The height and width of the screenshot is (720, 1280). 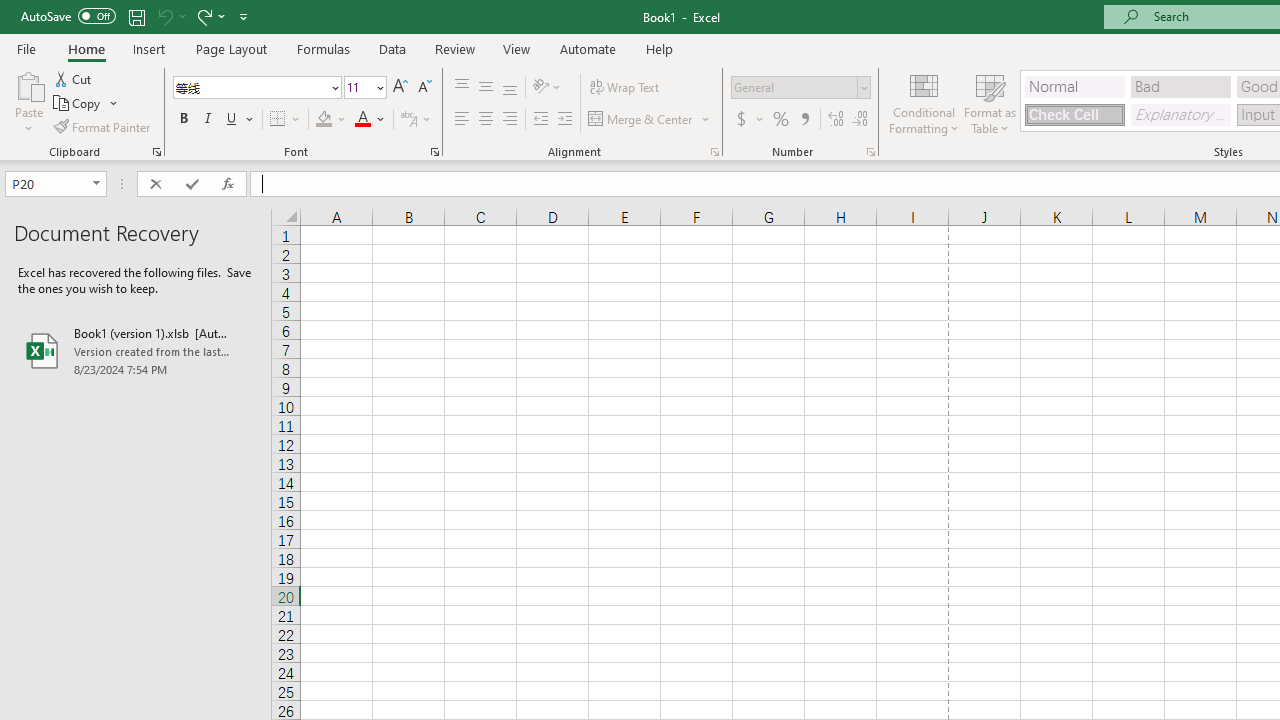 What do you see at coordinates (323, 48) in the screenshot?
I see `'Formulas'` at bounding box center [323, 48].